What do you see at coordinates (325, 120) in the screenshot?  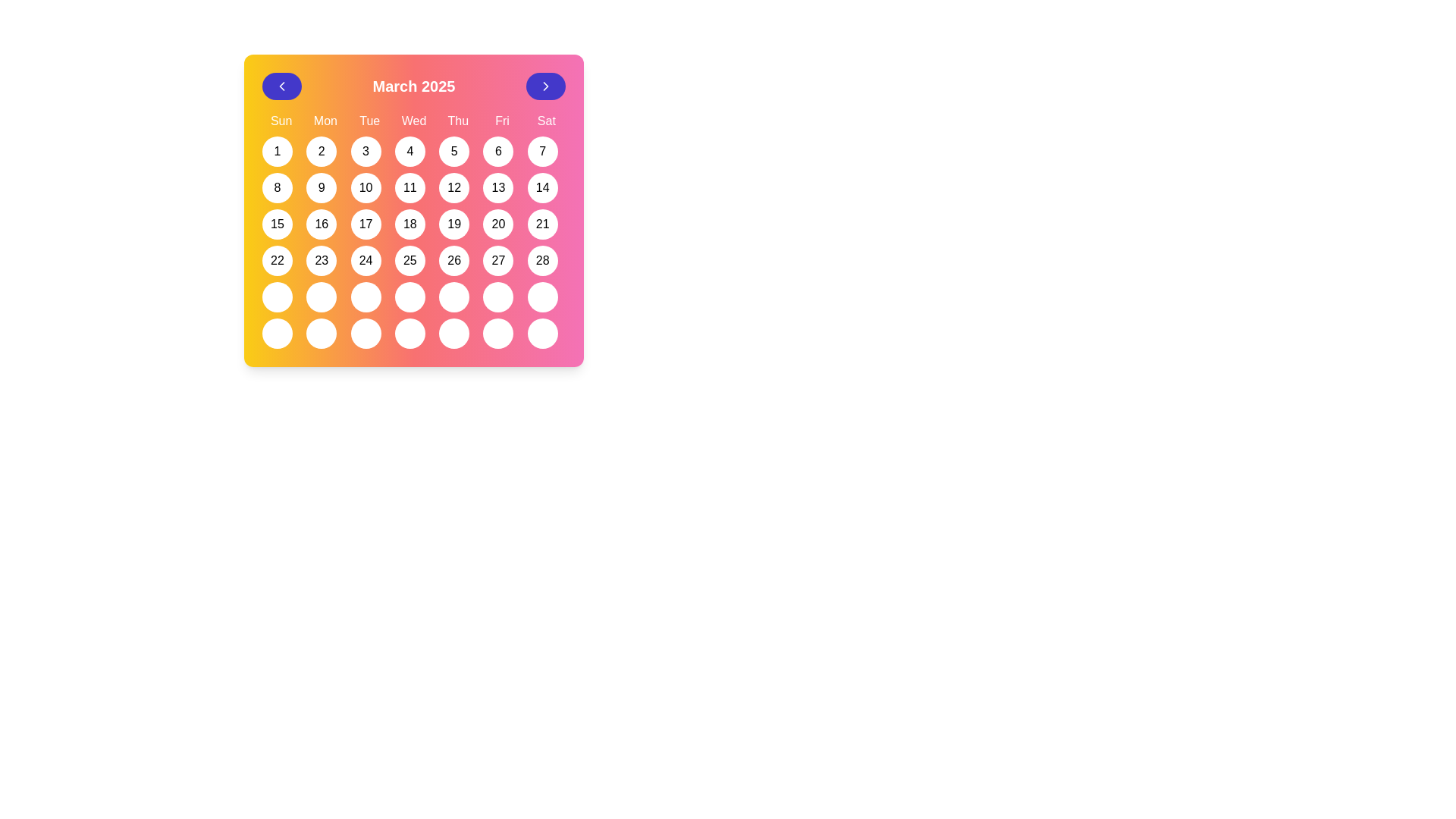 I see `the text label displaying 'Mon', which represents Monday, located in the header of the calendar display` at bounding box center [325, 120].